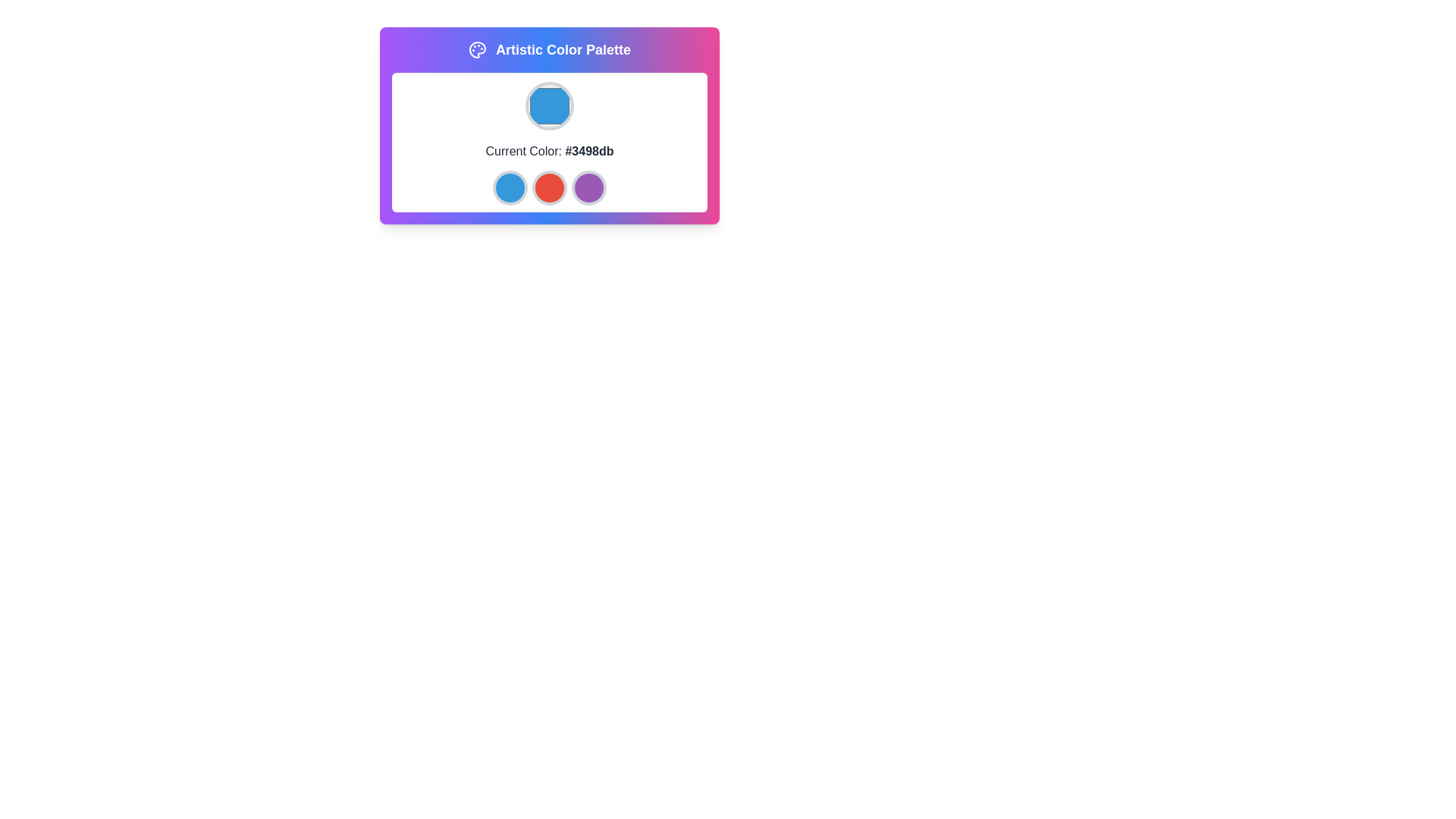  I want to click on the Static Text Label that displays the currently selected color or state, located centrally within a white, rounded rectangular section below a larger blue color circle, so click(548, 152).